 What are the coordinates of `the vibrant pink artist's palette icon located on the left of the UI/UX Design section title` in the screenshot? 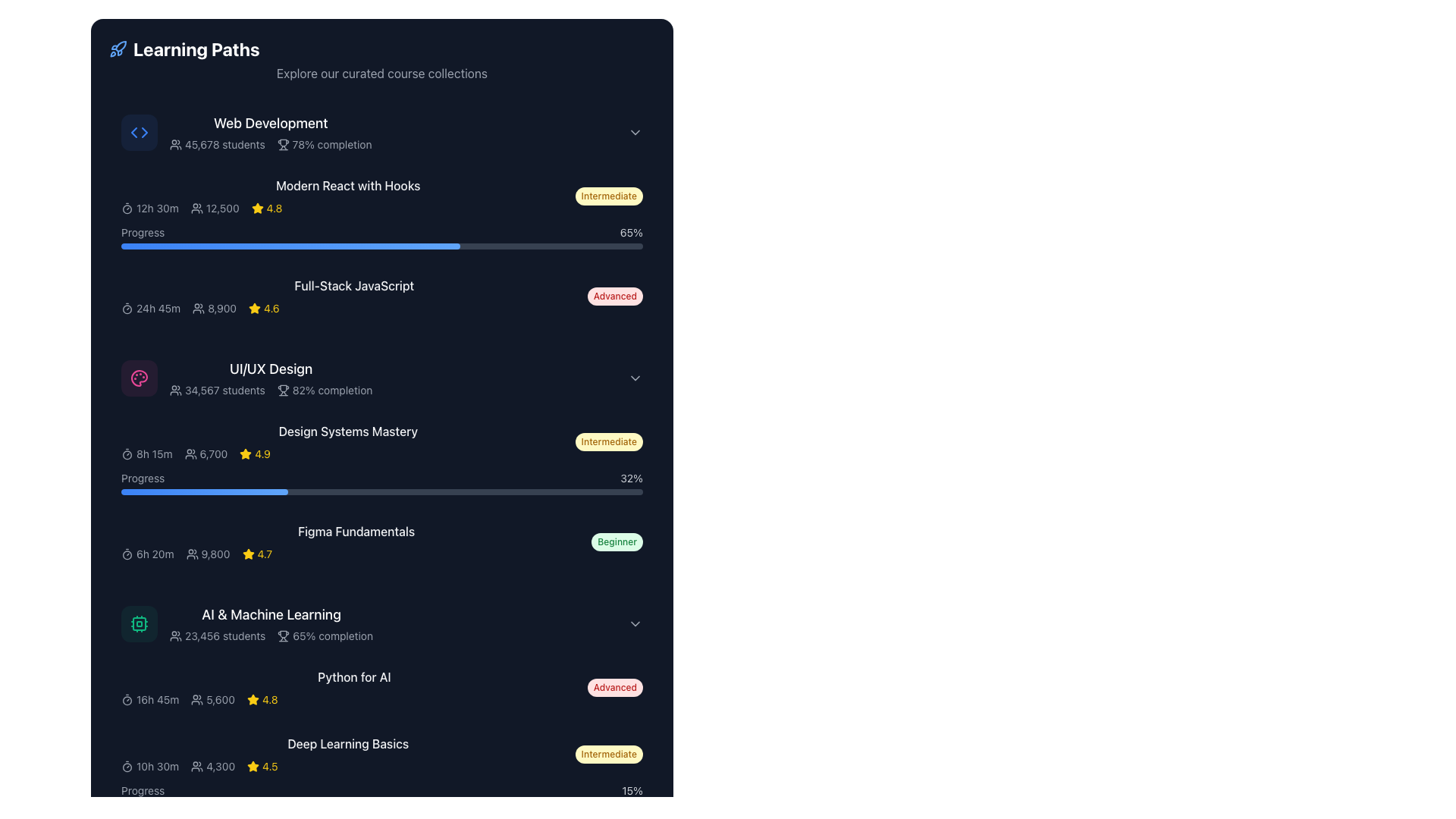 It's located at (139, 377).